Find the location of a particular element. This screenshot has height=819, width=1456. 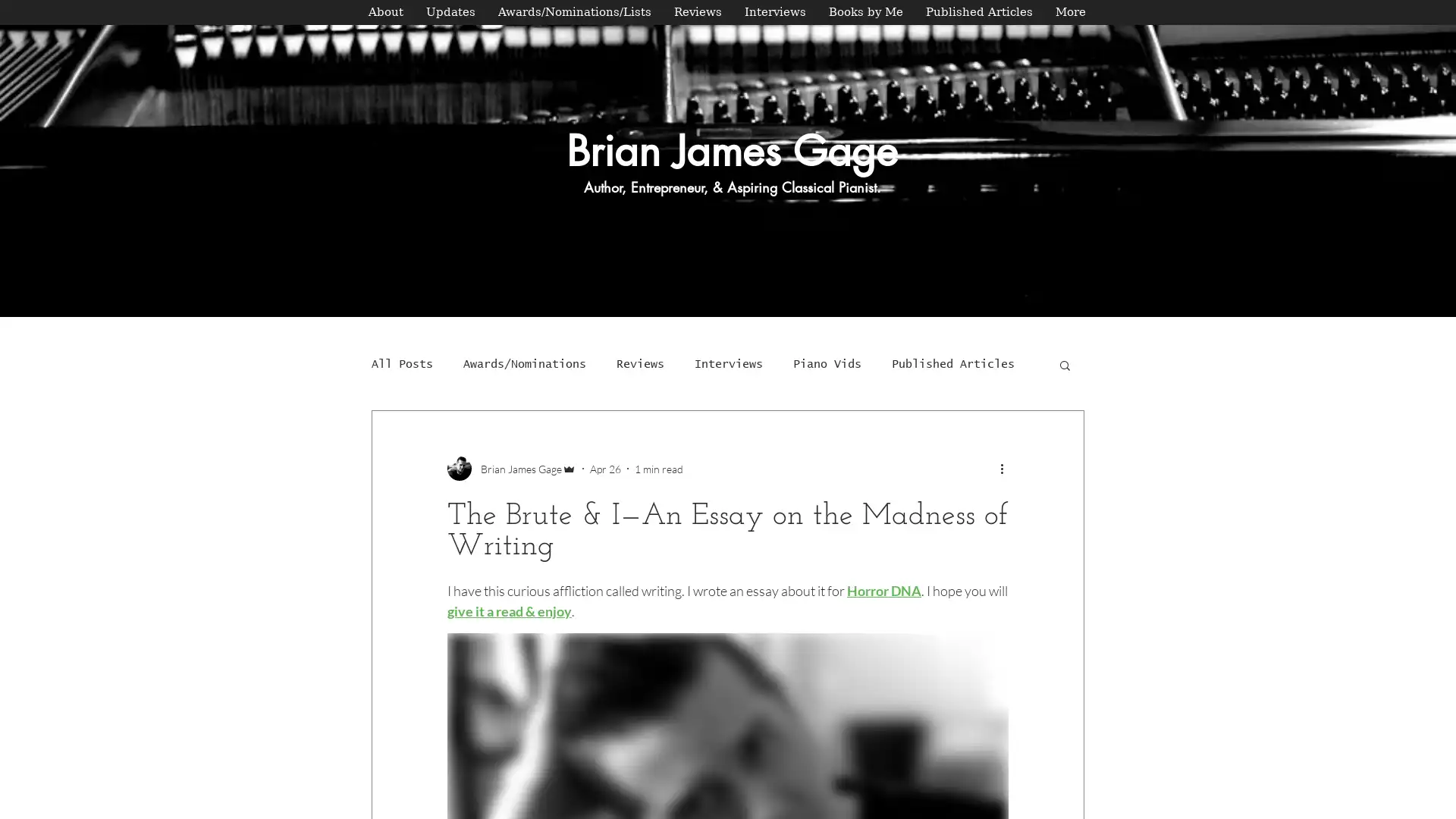

More actions is located at coordinates (1006, 467).